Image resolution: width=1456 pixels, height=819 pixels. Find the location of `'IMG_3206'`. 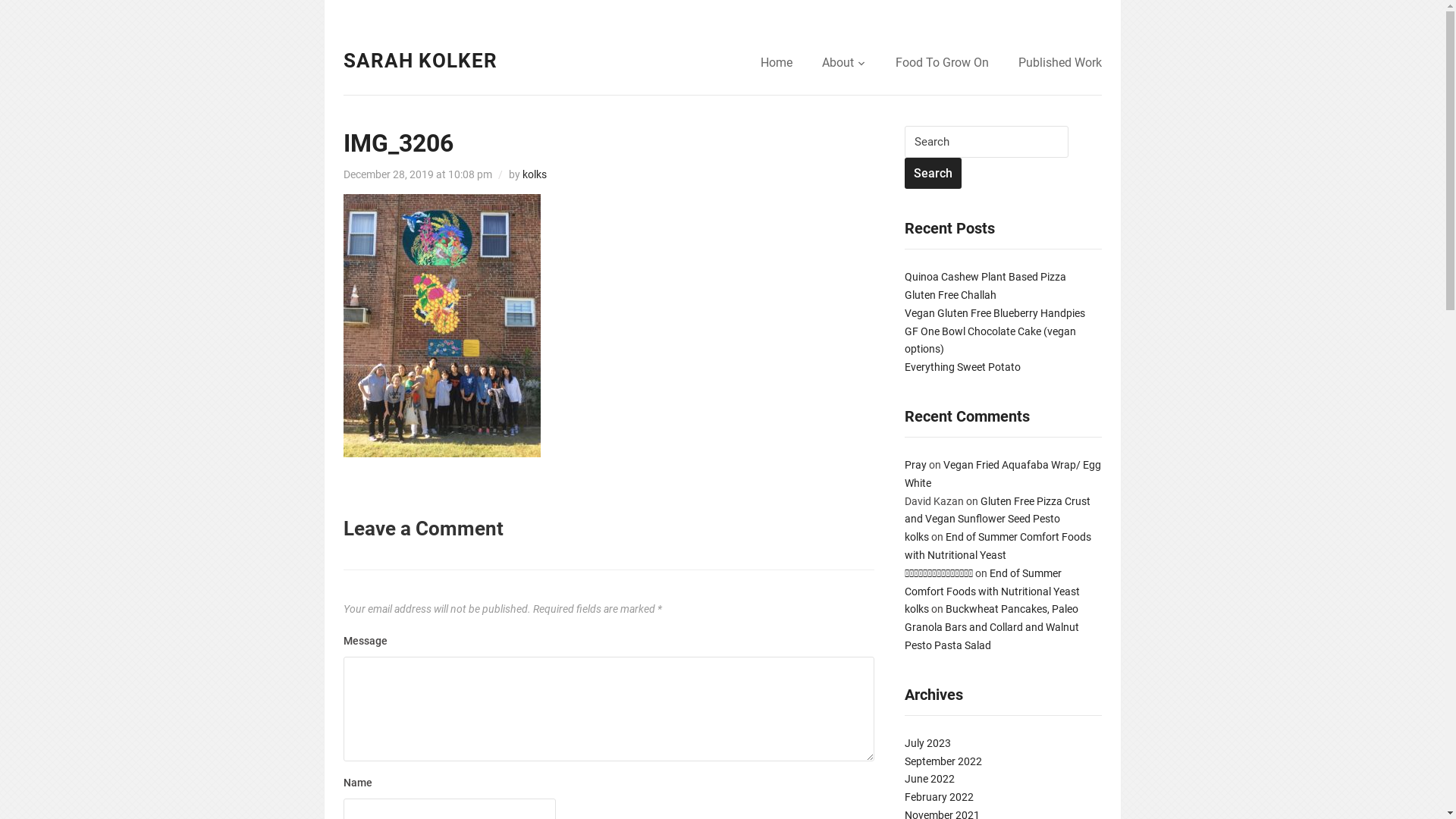

'IMG_3206' is located at coordinates (397, 143).